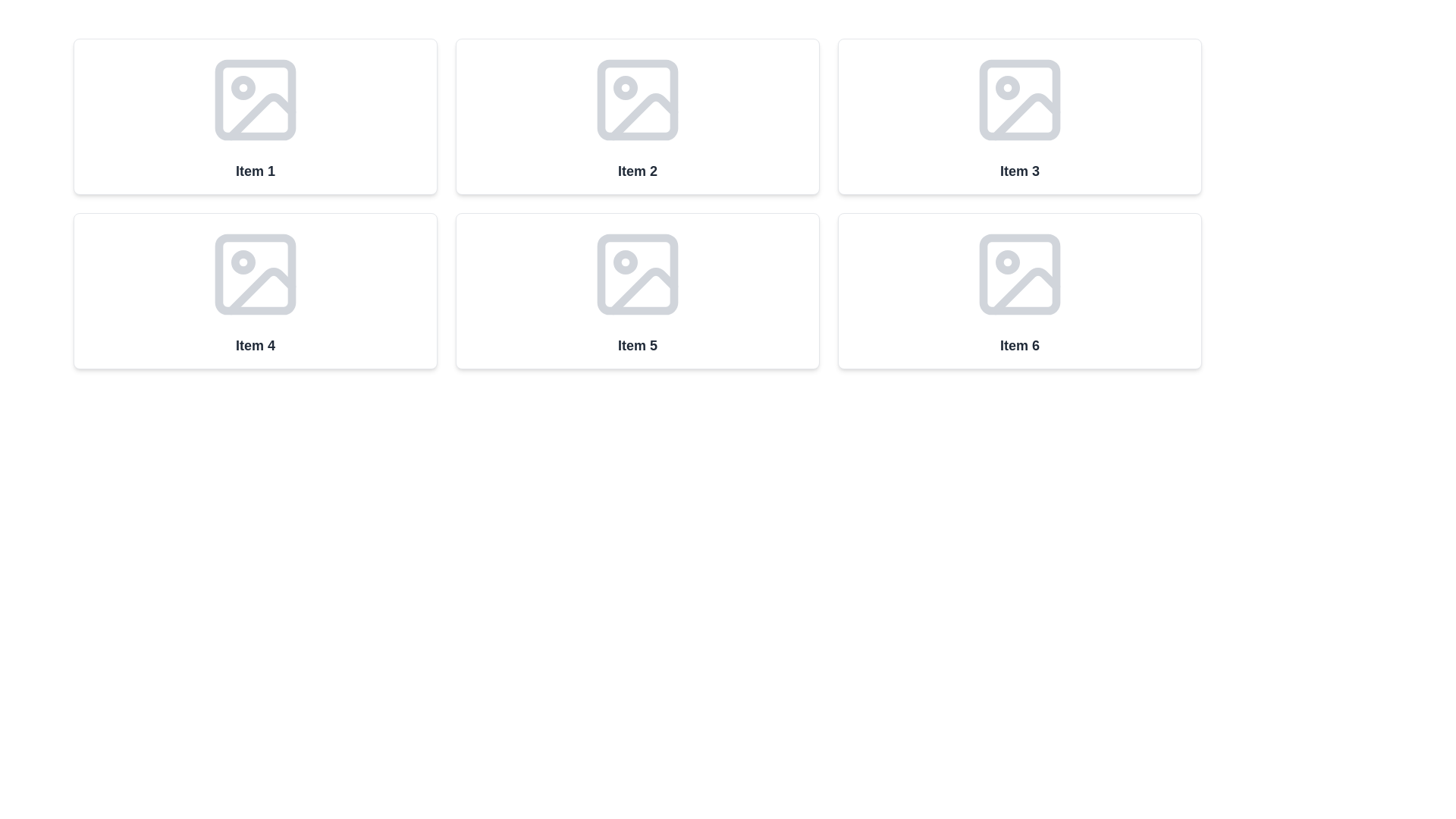 The height and width of the screenshot is (819, 1456). What do you see at coordinates (626, 262) in the screenshot?
I see `the presence of the small circular dot within the image placeholder icon located in the second row, middle column of a 2x3 grid layout` at bounding box center [626, 262].